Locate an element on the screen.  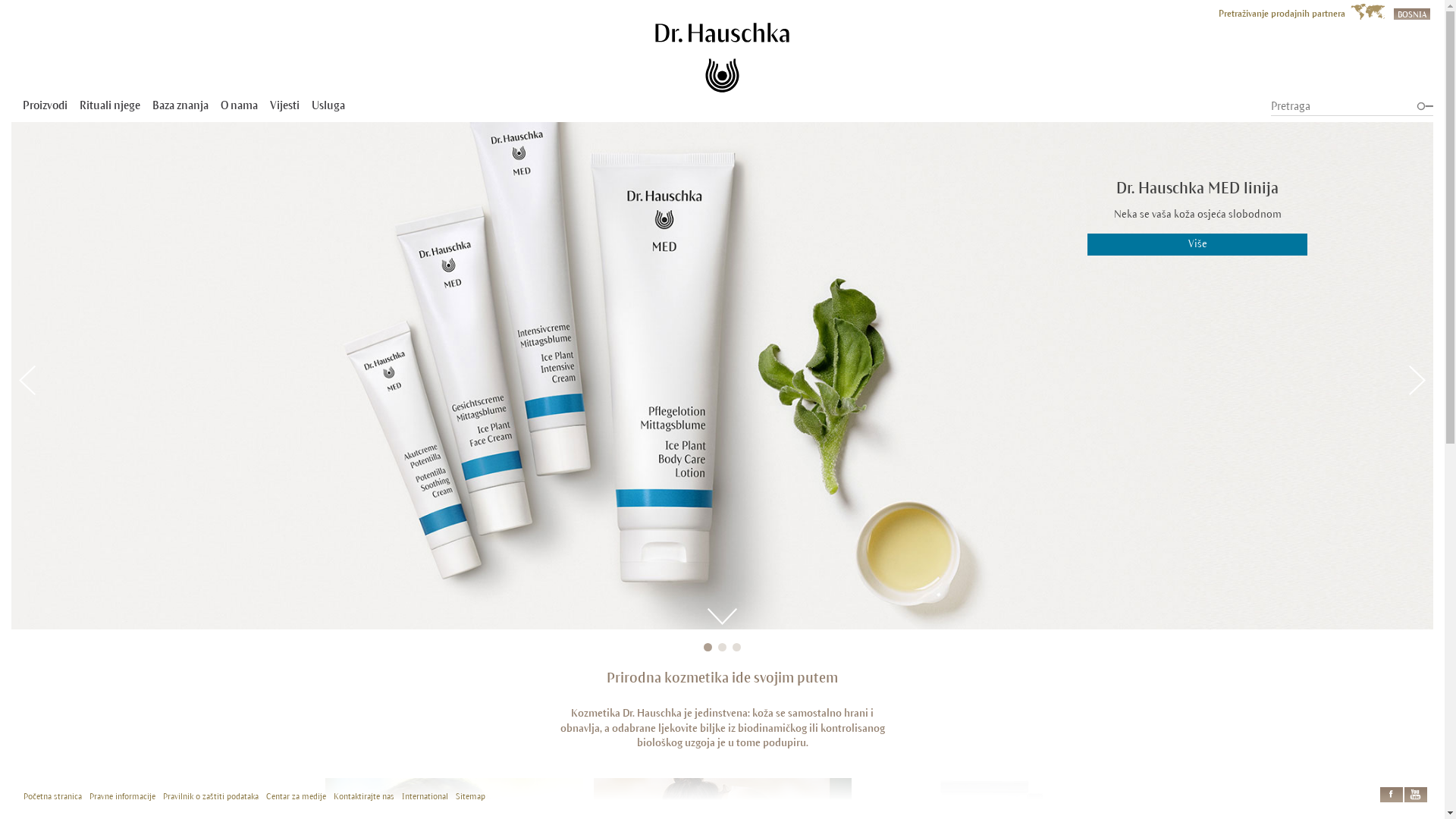
'Centar za medije' is located at coordinates (296, 795).